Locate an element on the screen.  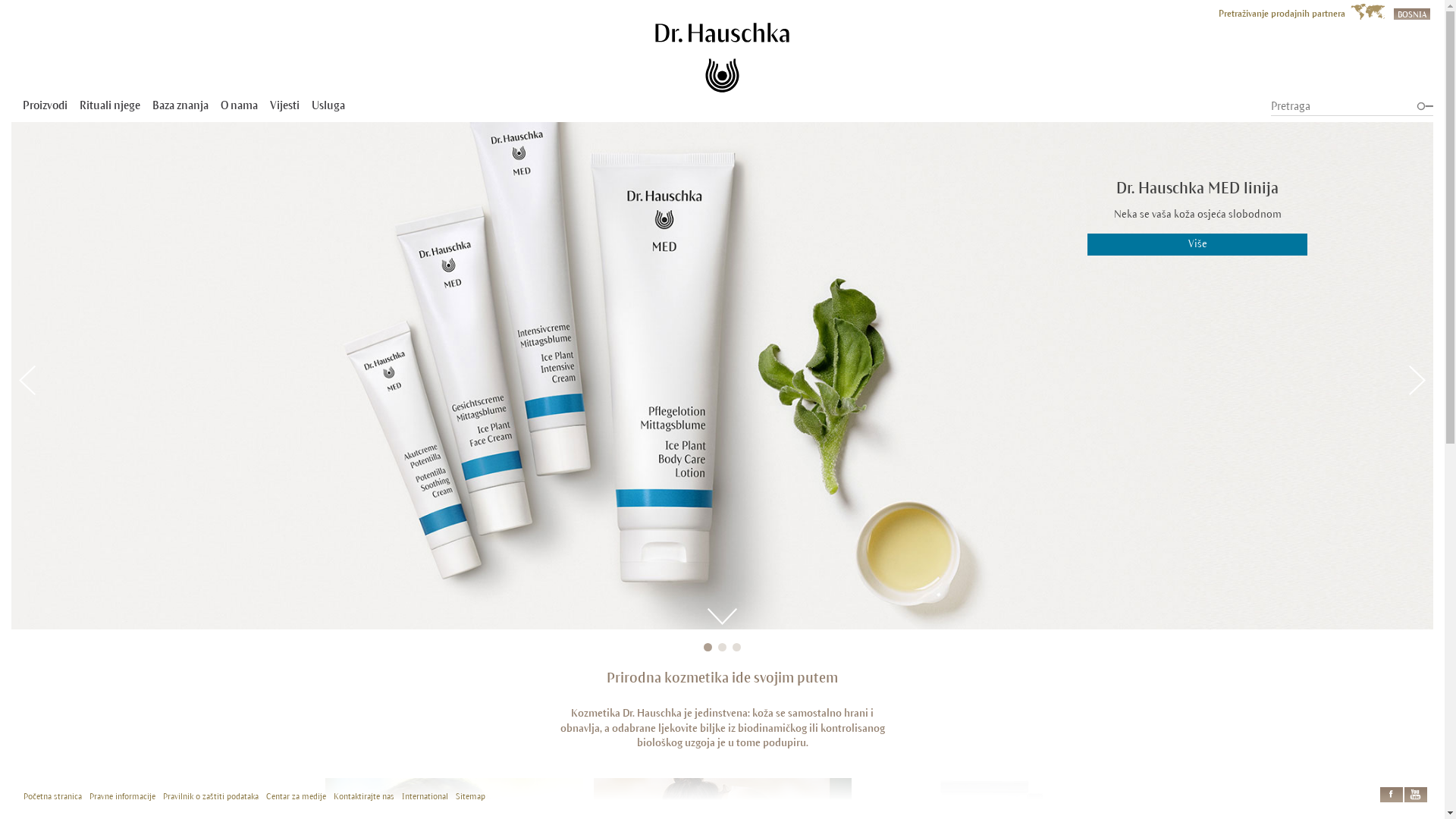
'Centar za medije' is located at coordinates (296, 795).